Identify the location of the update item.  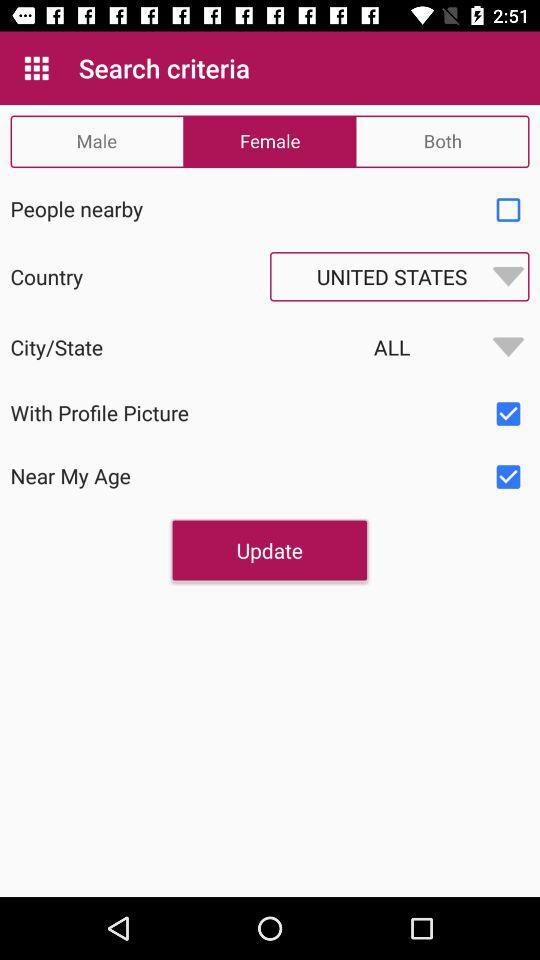
(269, 550).